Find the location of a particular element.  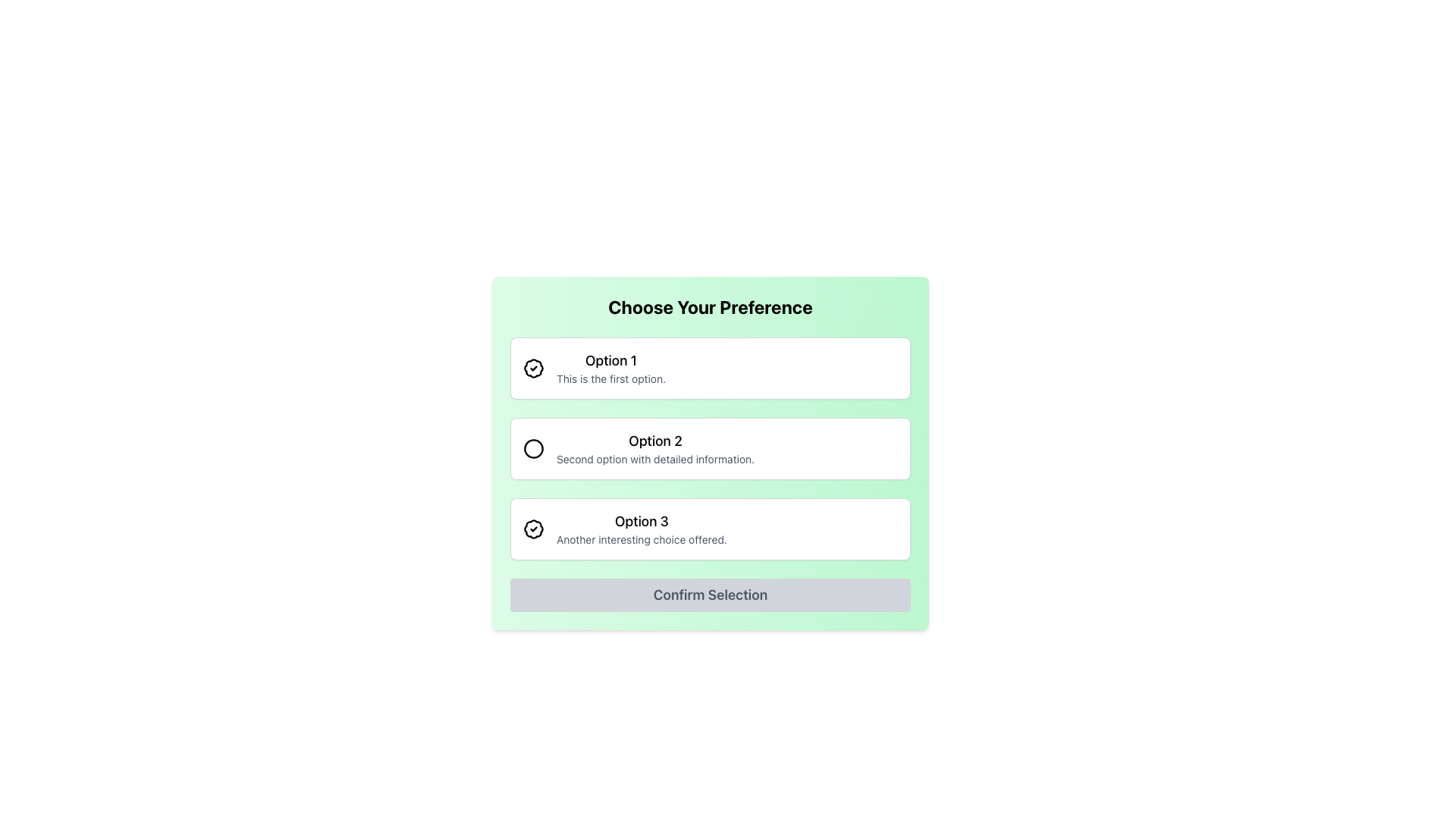

the descriptive title for the third choice in a list of selectable options, which is located in the middle portion of its card is located at coordinates (642, 520).